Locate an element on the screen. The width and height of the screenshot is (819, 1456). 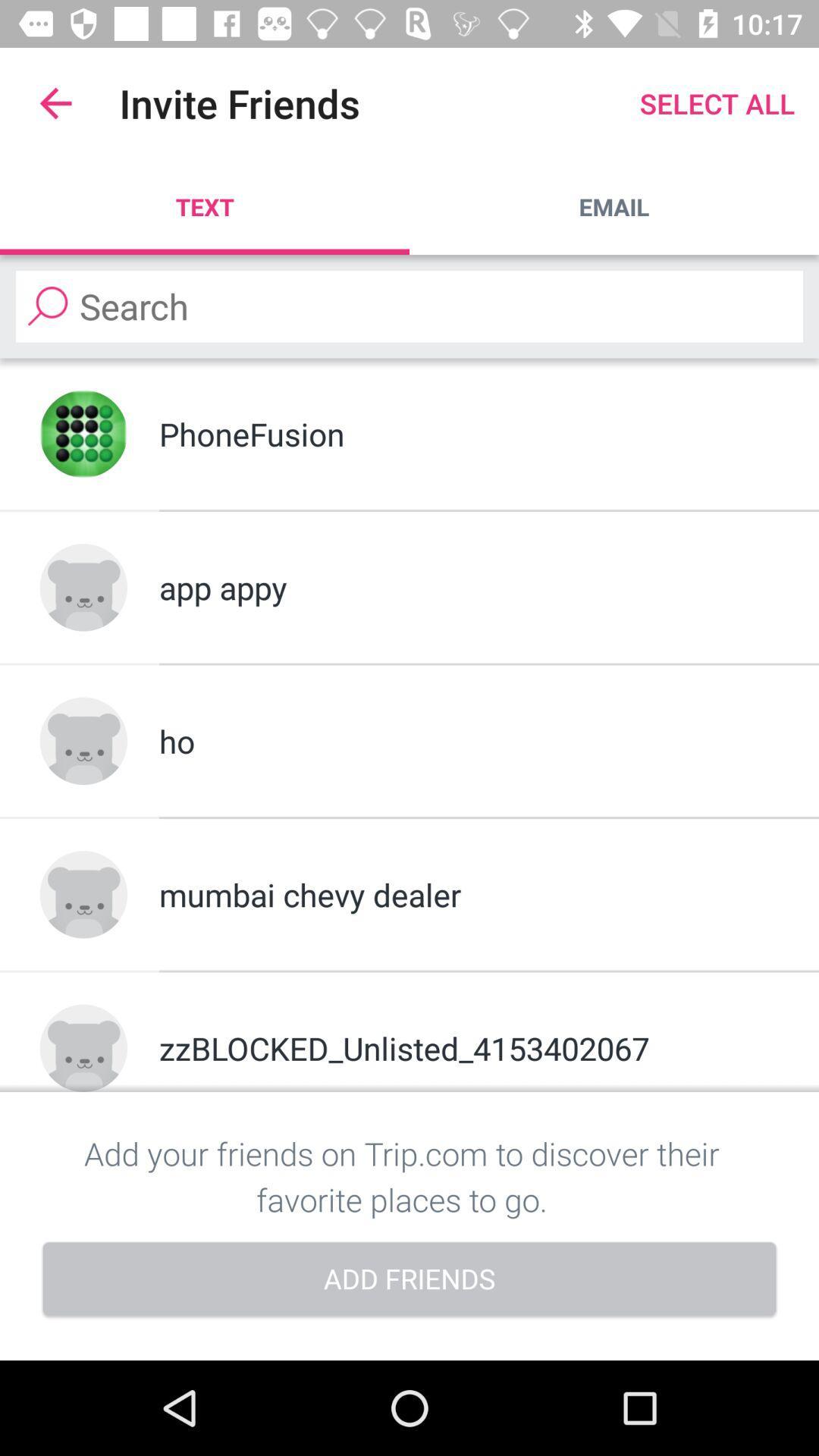
icon above zzblocked_unlisted_4153402067 is located at coordinates (468, 894).